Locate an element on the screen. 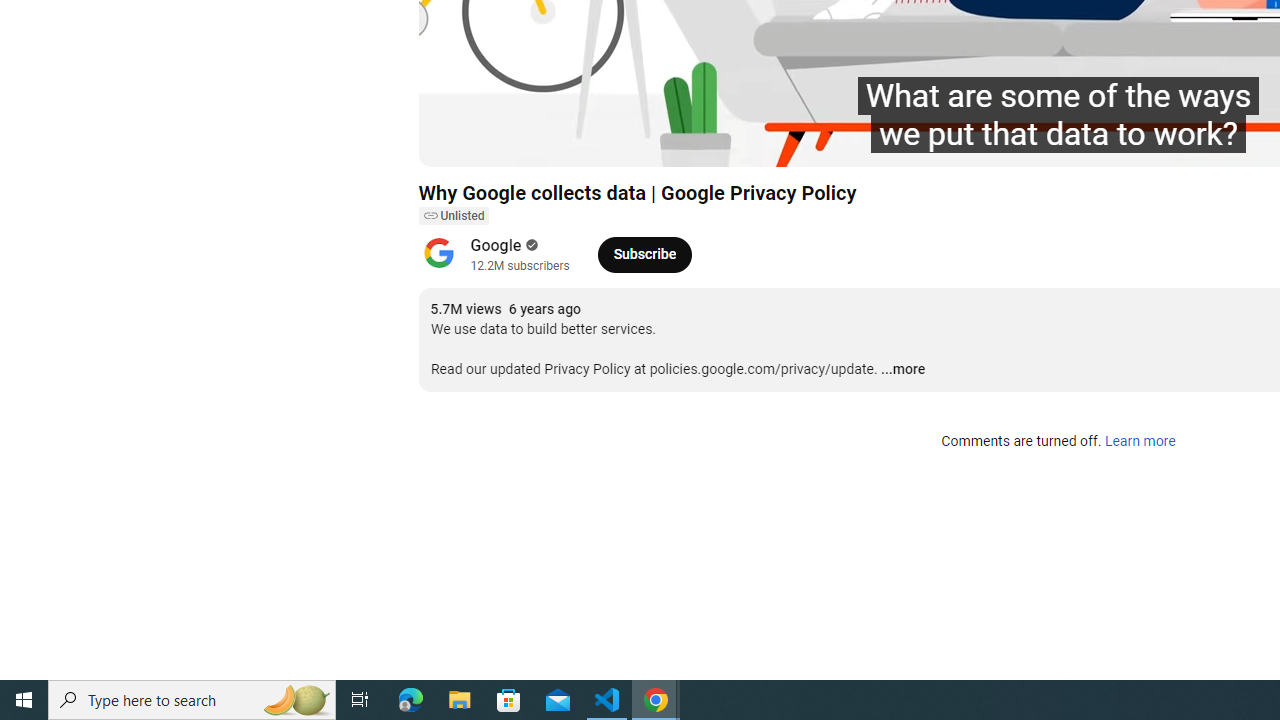 The image size is (1280, 720). 'Verified' is located at coordinates (530, 244).